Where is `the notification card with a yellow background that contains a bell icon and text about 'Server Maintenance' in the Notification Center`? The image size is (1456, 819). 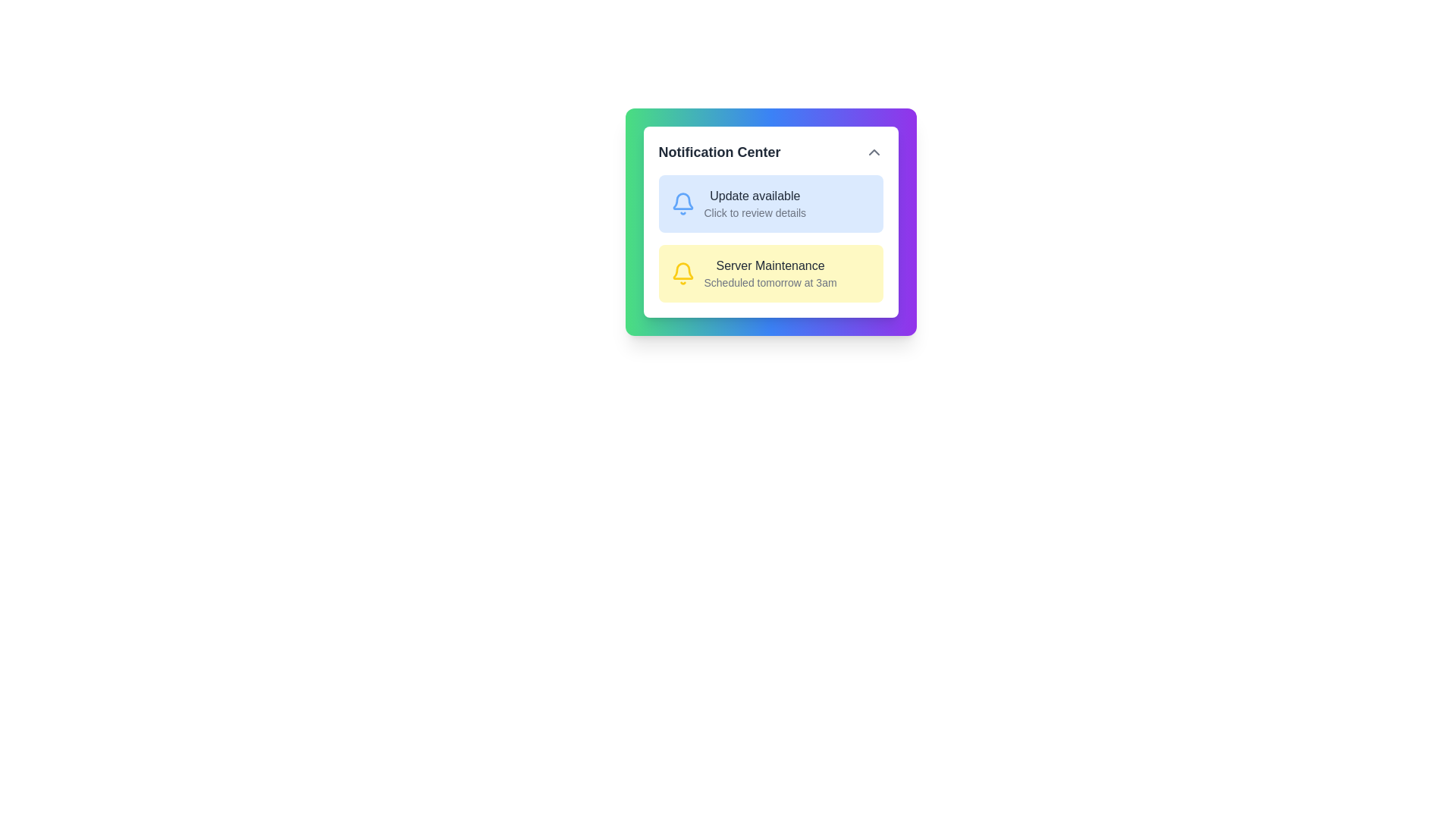 the notification card with a yellow background that contains a bell icon and text about 'Server Maintenance' in the Notification Center is located at coordinates (770, 274).